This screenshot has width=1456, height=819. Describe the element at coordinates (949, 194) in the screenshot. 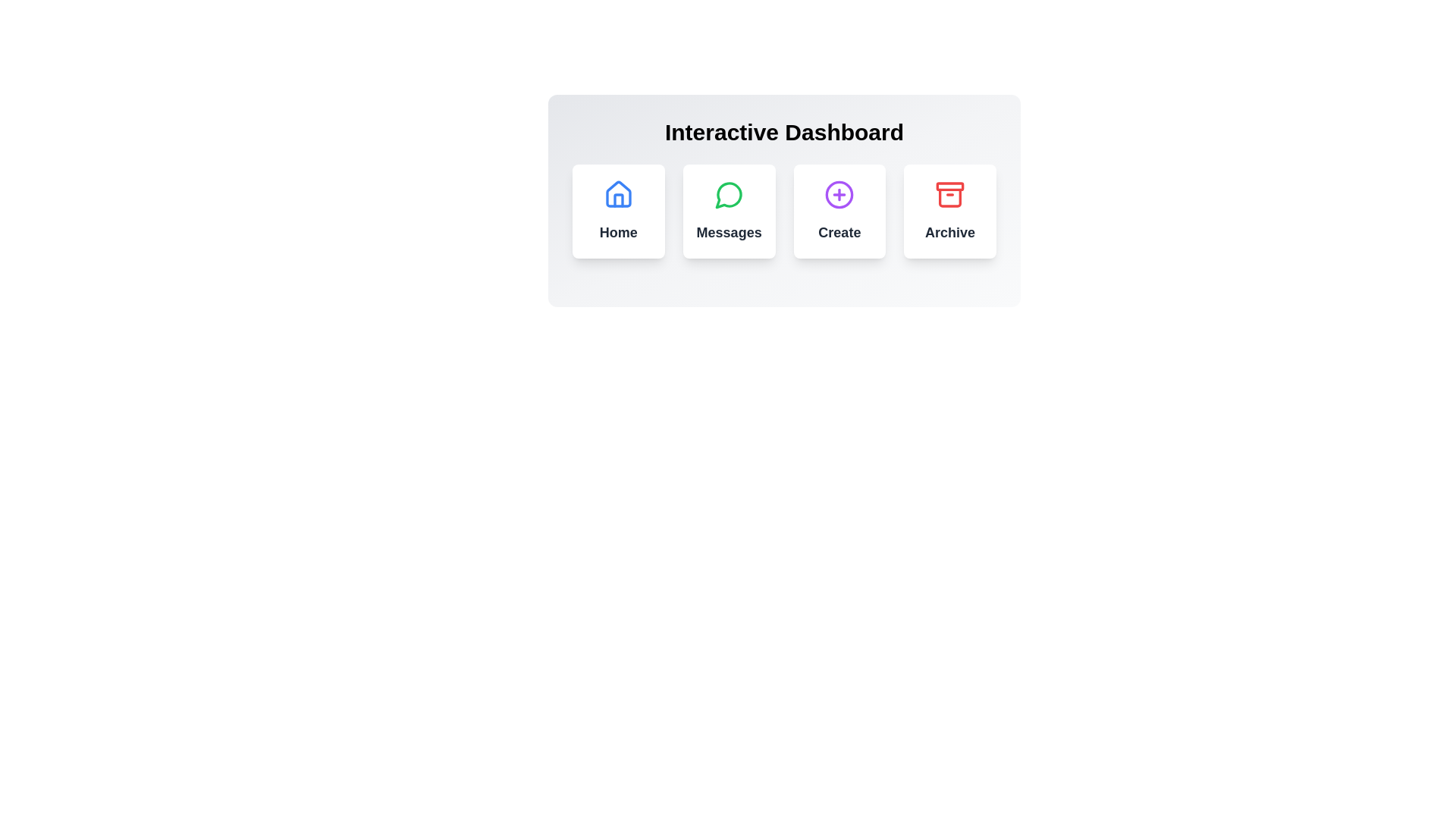

I see `the 'Archive' icon located at the upper graphical component of the 'Archive' tile, positioned to the far right within a series of four tiles in a horizontal row` at that location.